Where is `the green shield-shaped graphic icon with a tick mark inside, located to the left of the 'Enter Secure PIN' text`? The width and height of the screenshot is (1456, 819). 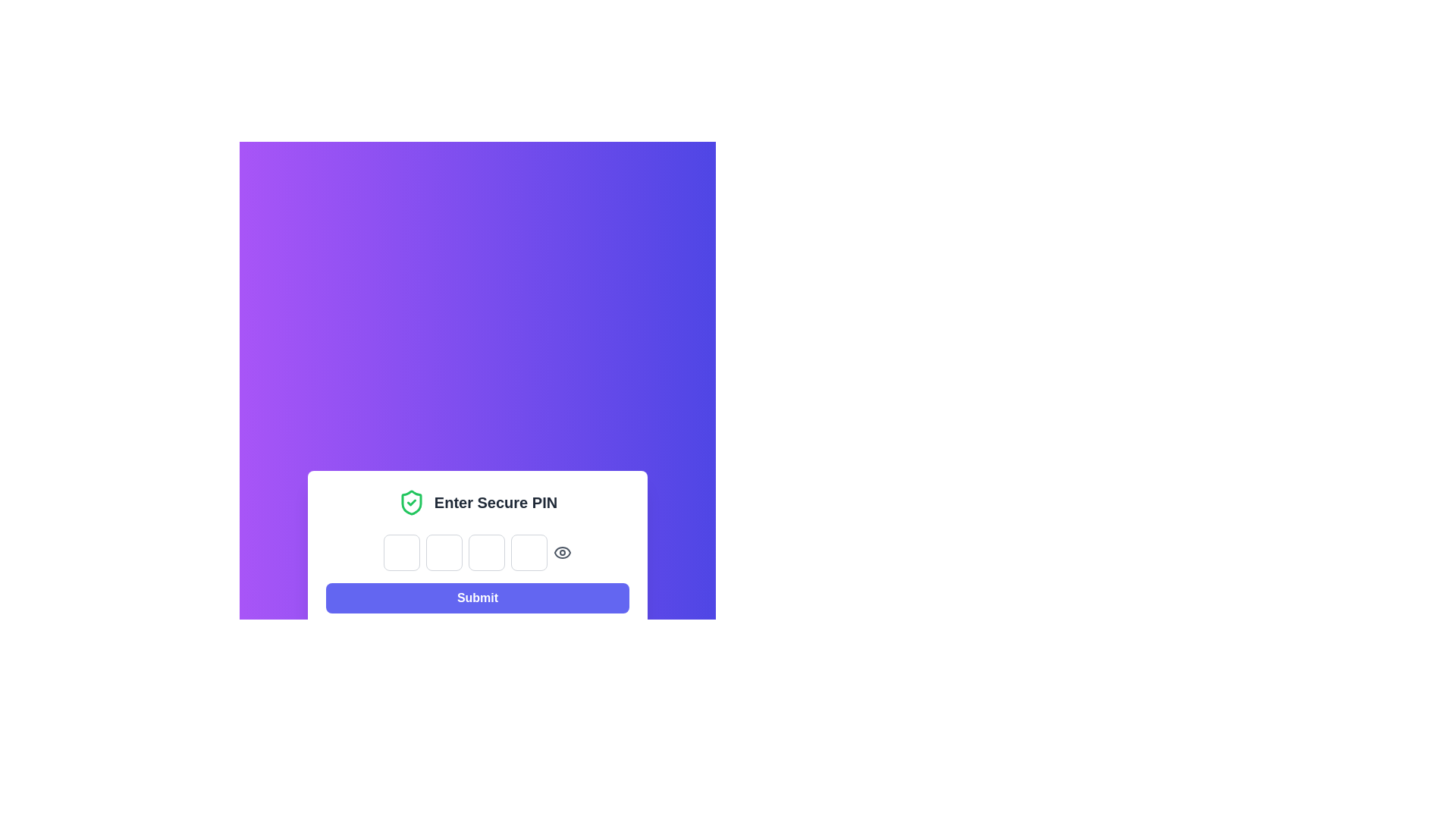 the green shield-shaped graphic icon with a tick mark inside, located to the left of the 'Enter Secure PIN' text is located at coordinates (411, 503).